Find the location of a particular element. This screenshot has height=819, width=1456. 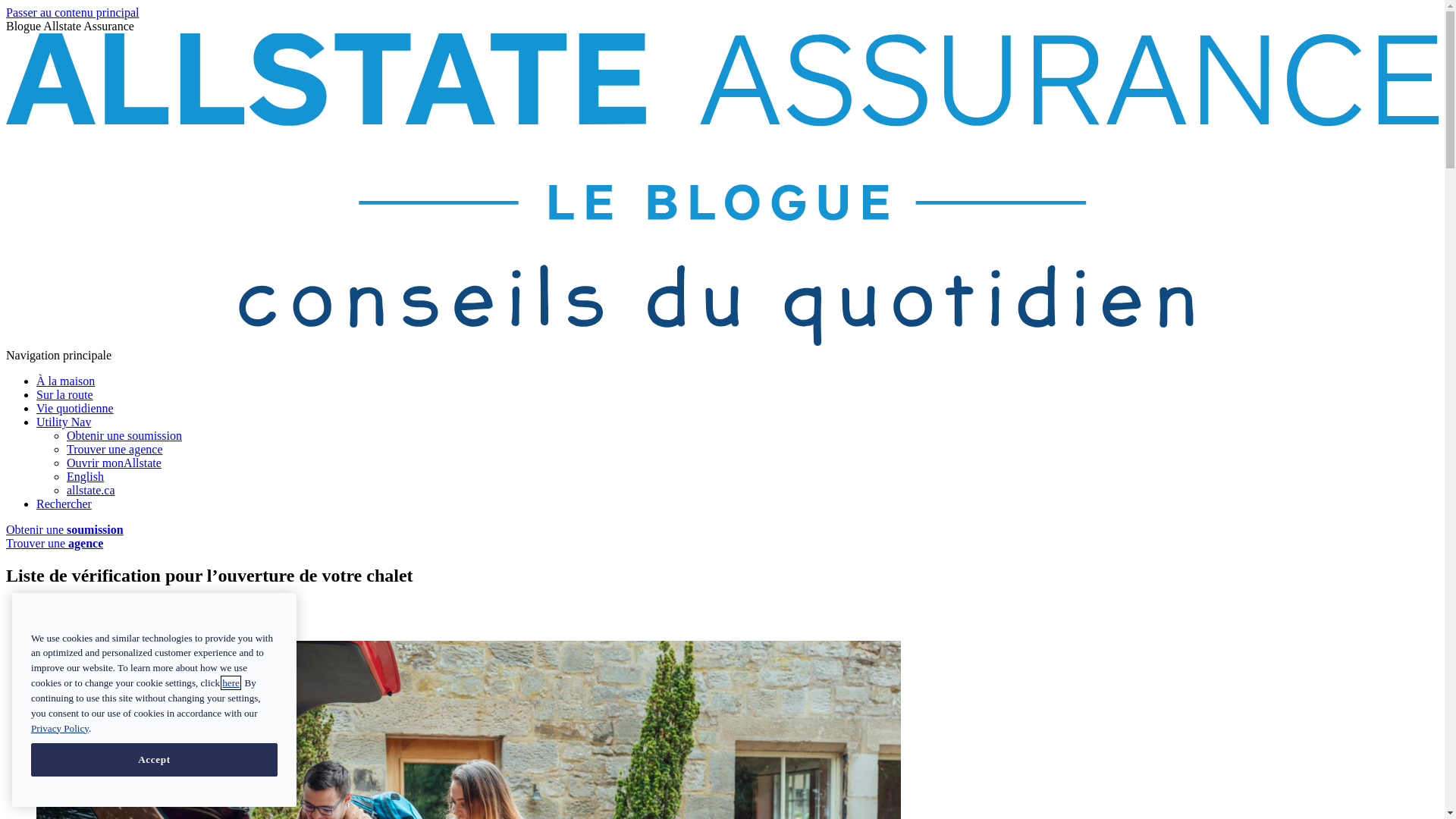

'here' is located at coordinates (230, 682).